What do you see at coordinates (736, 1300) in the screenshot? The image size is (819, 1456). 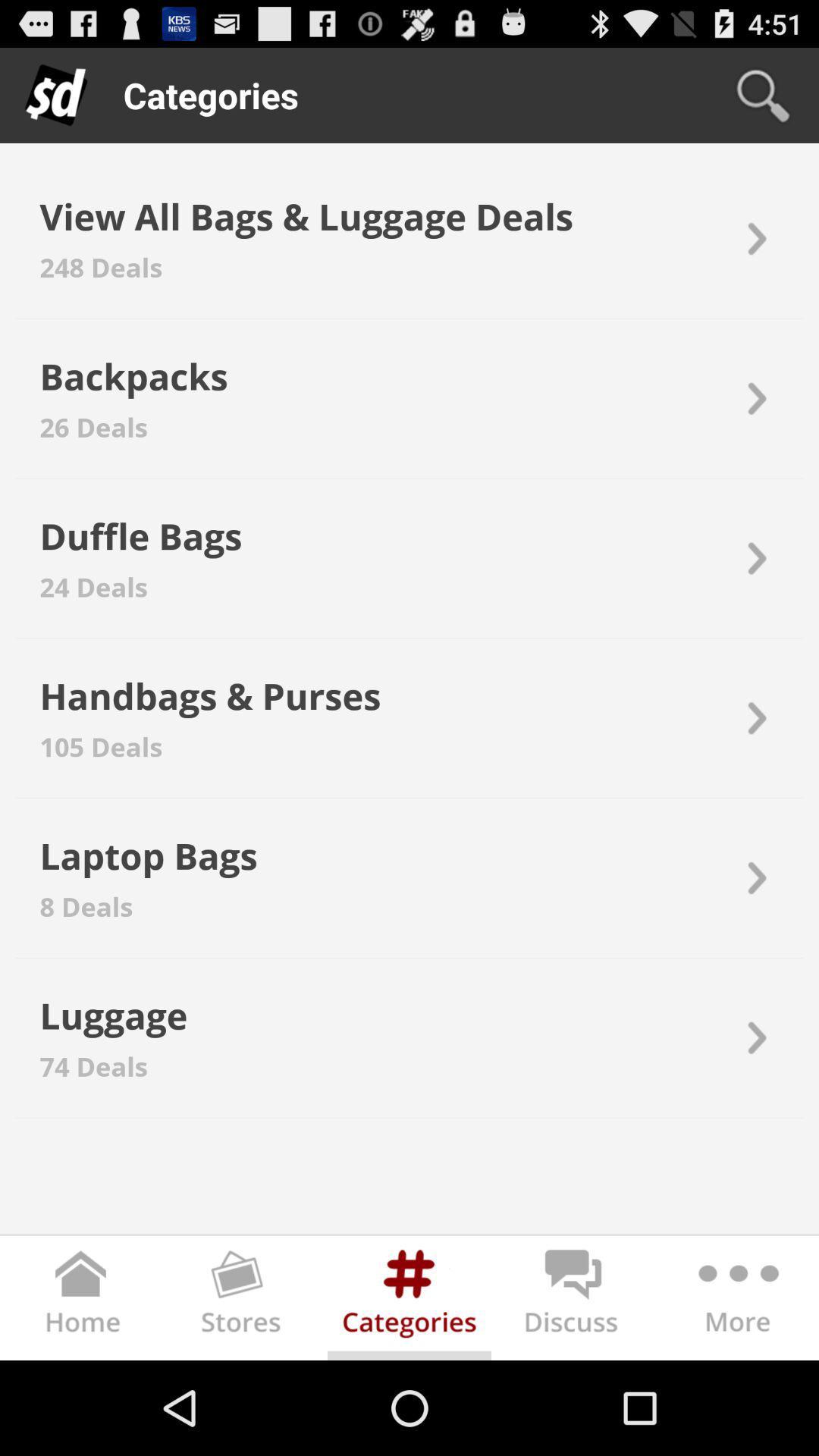 I see `more` at bounding box center [736, 1300].